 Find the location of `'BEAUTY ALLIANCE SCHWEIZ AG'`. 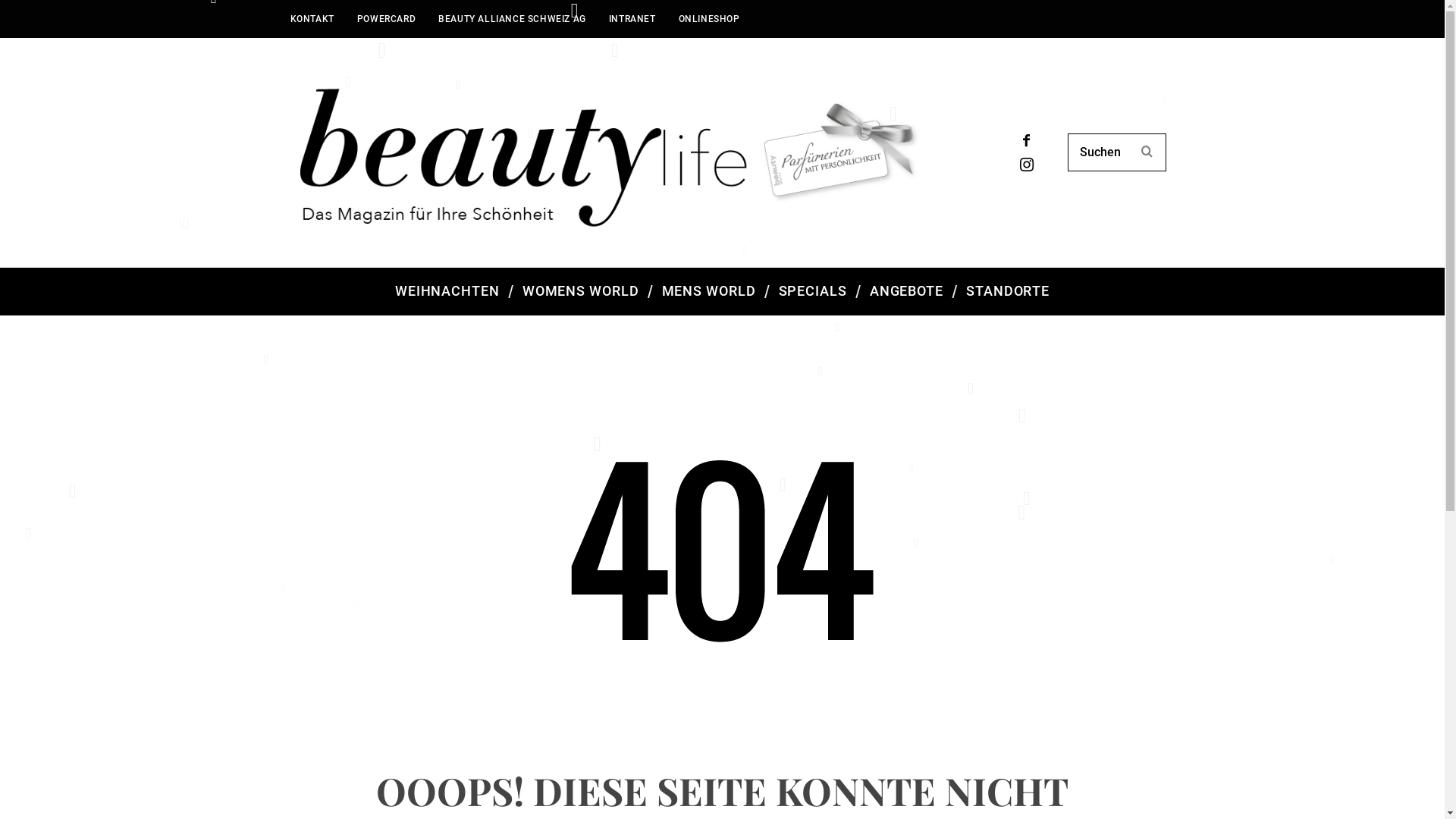

'BEAUTY ALLIANCE SCHWEIZ AG' is located at coordinates (425, 18).